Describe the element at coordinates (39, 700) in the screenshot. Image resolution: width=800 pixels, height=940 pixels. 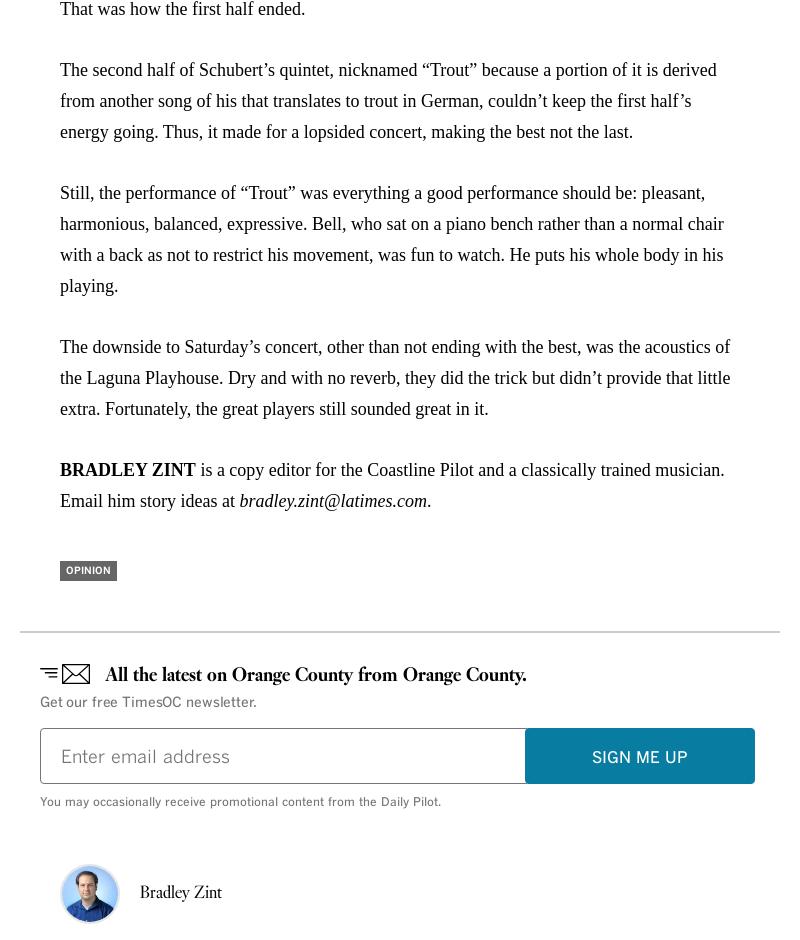
I see `'Get our free TimesOC newsletter.'` at that location.